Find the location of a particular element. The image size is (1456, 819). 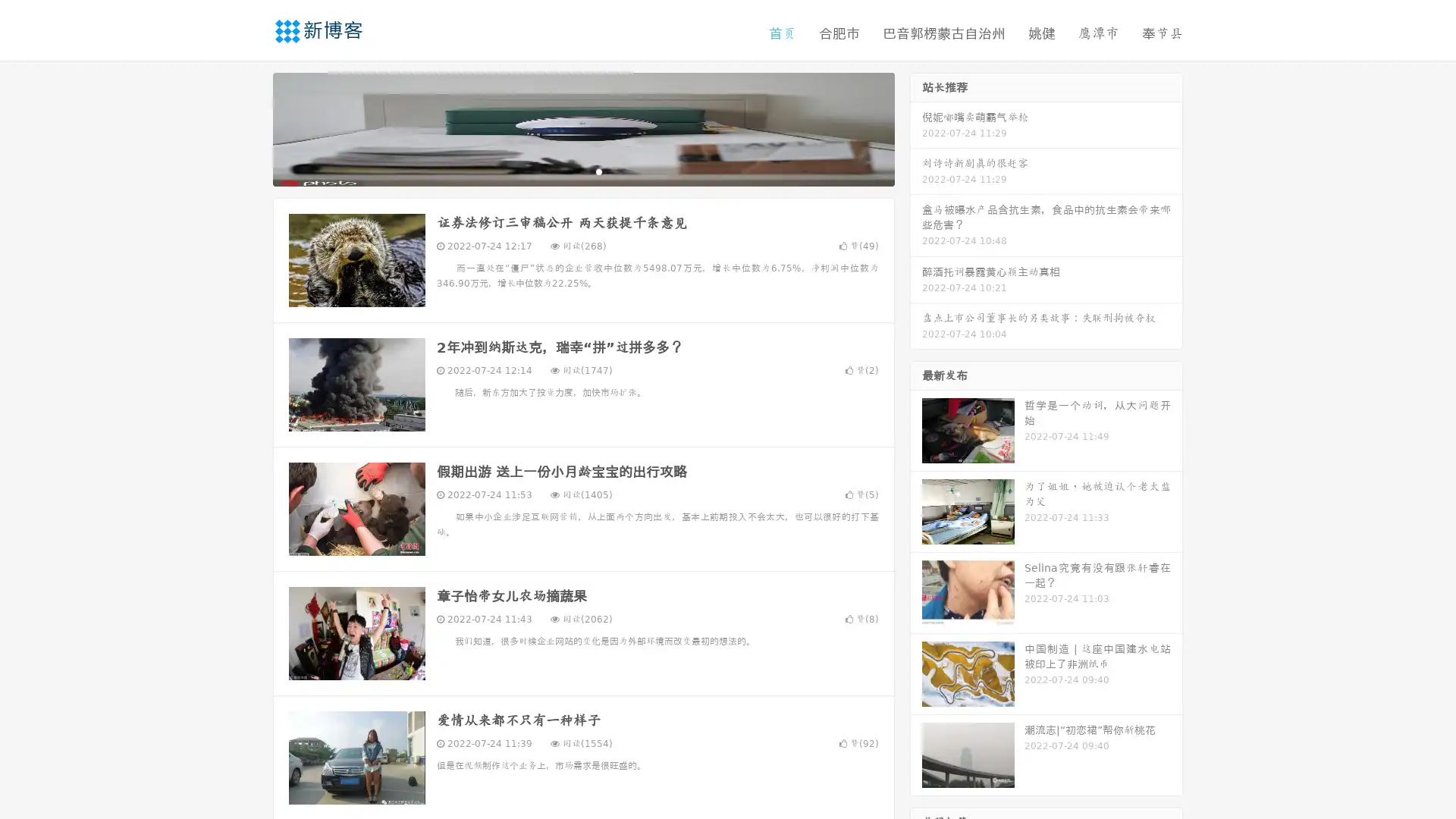

Next slide is located at coordinates (916, 127).